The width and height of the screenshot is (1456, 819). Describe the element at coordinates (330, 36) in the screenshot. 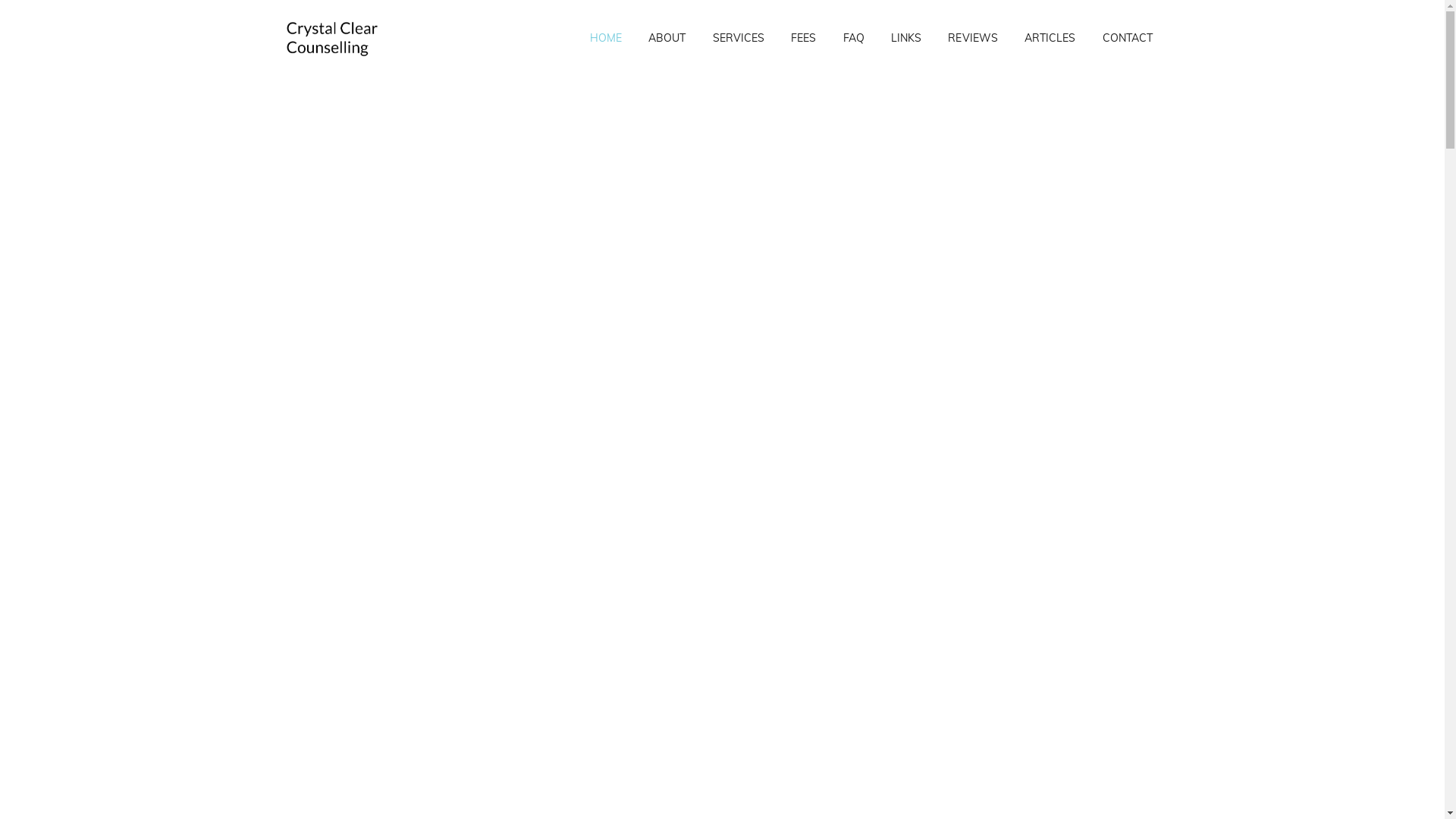

I see `'Crystal Clear Counselling'` at that location.